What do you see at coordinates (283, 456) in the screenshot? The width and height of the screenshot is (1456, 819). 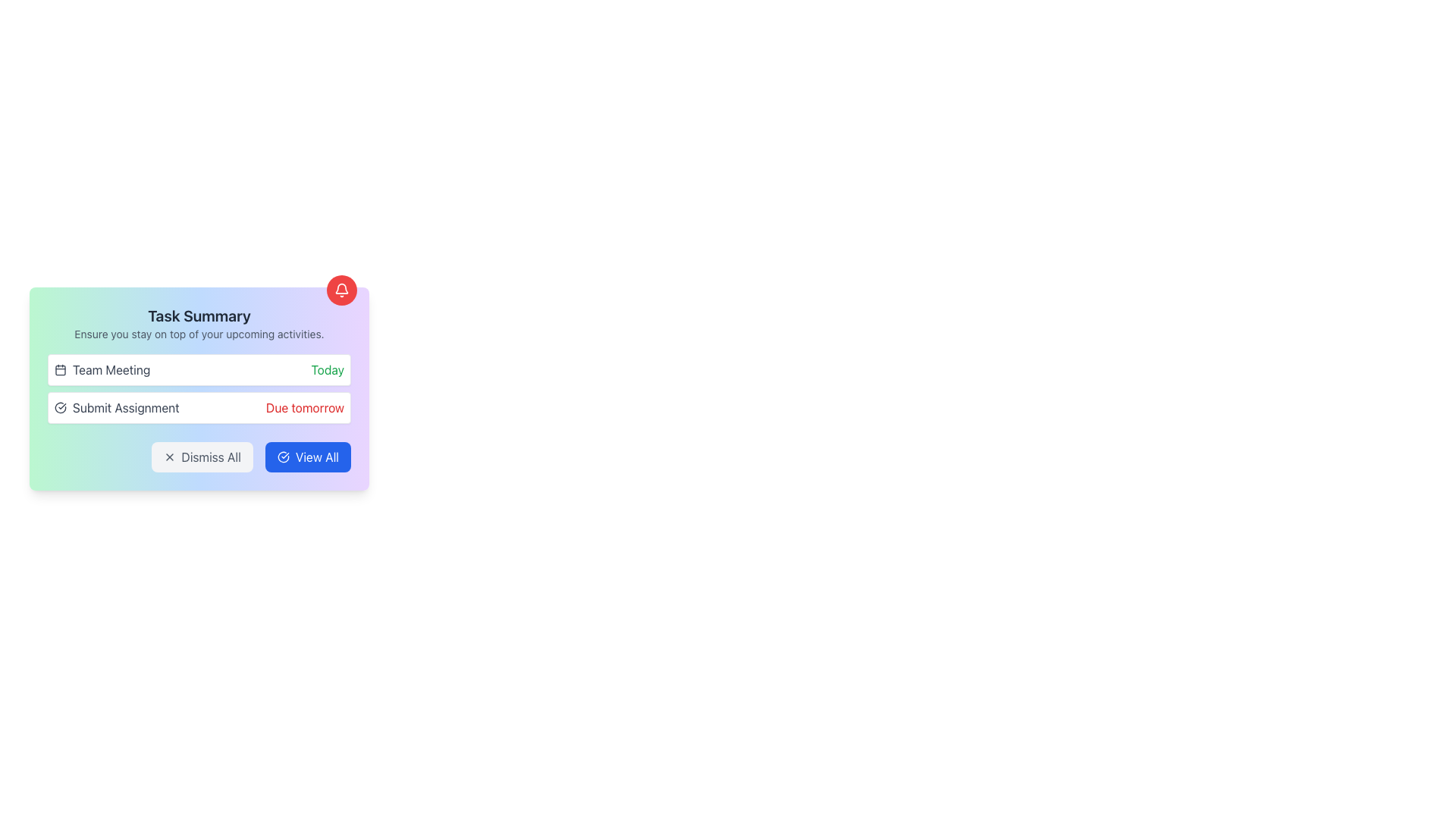 I see `the SVG icon indicating action confirmation located in the bottom-right area of the 'Task Summary' box, next to the 'View All' button text` at bounding box center [283, 456].